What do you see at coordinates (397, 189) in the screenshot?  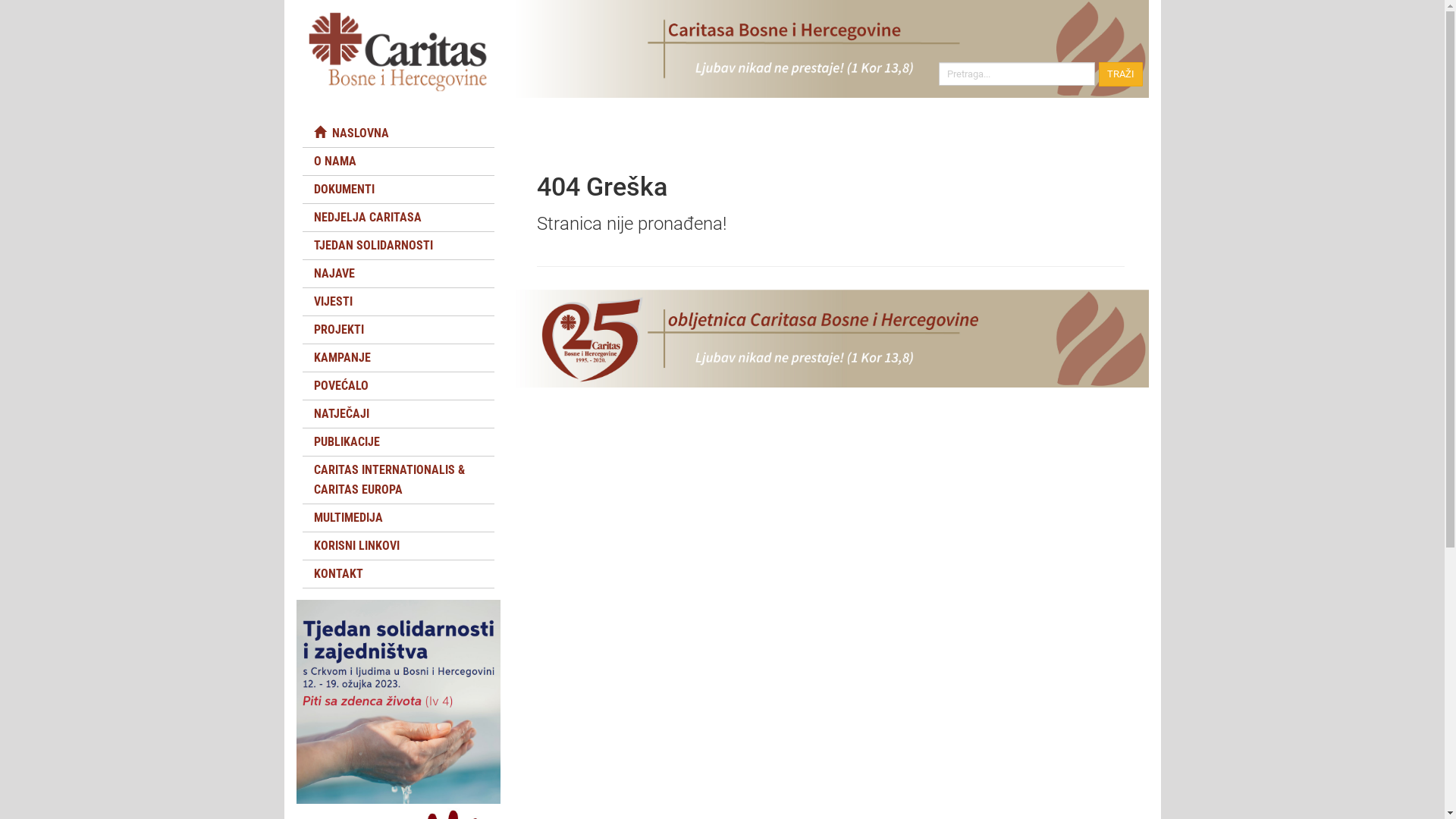 I see `'DOKUMENTI'` at bounding box center [397, 189].